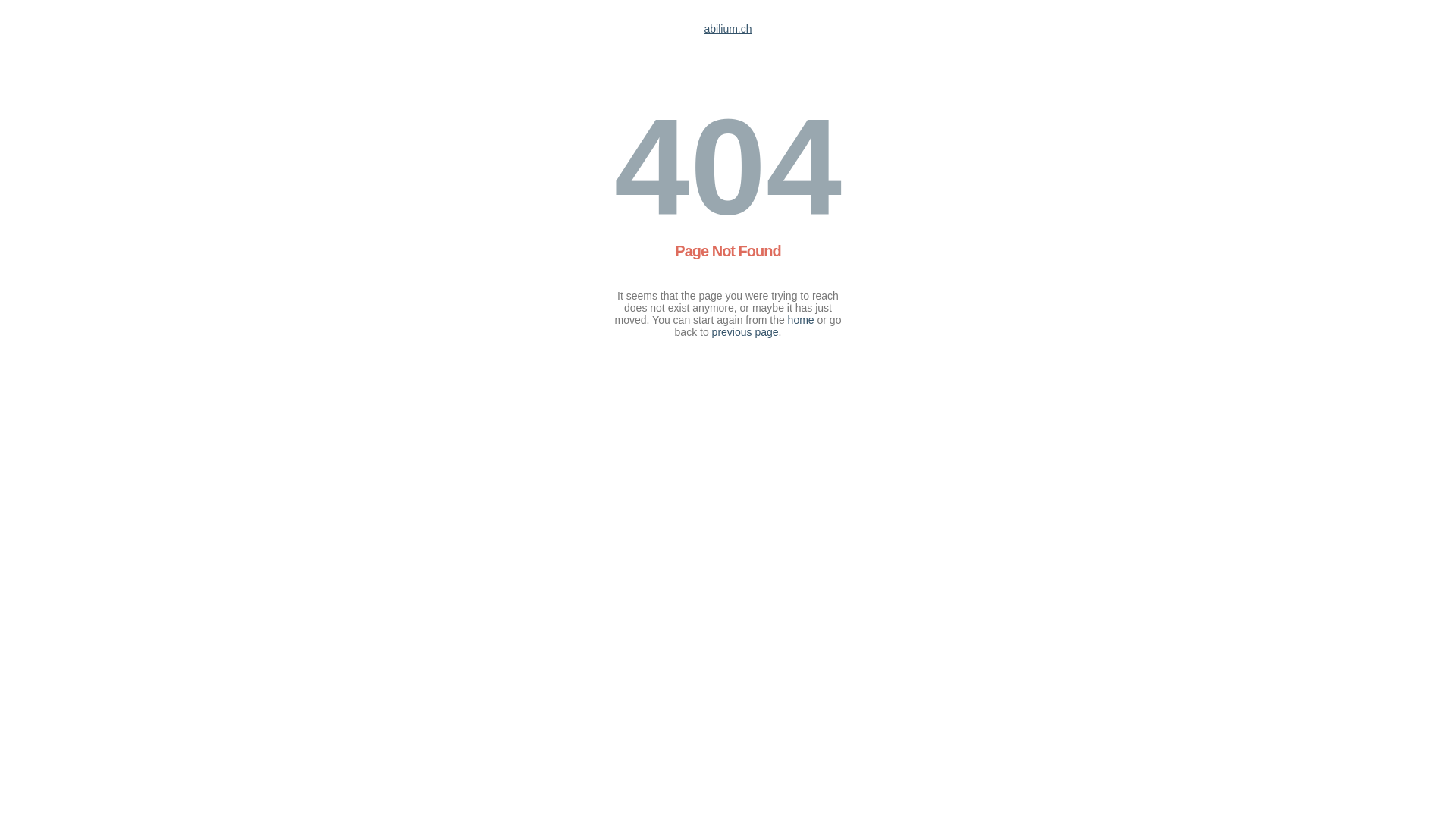  What do you see at coordinates (787, 318) in the screenshot?
I see `'home'` at bounding box center [787, 318].